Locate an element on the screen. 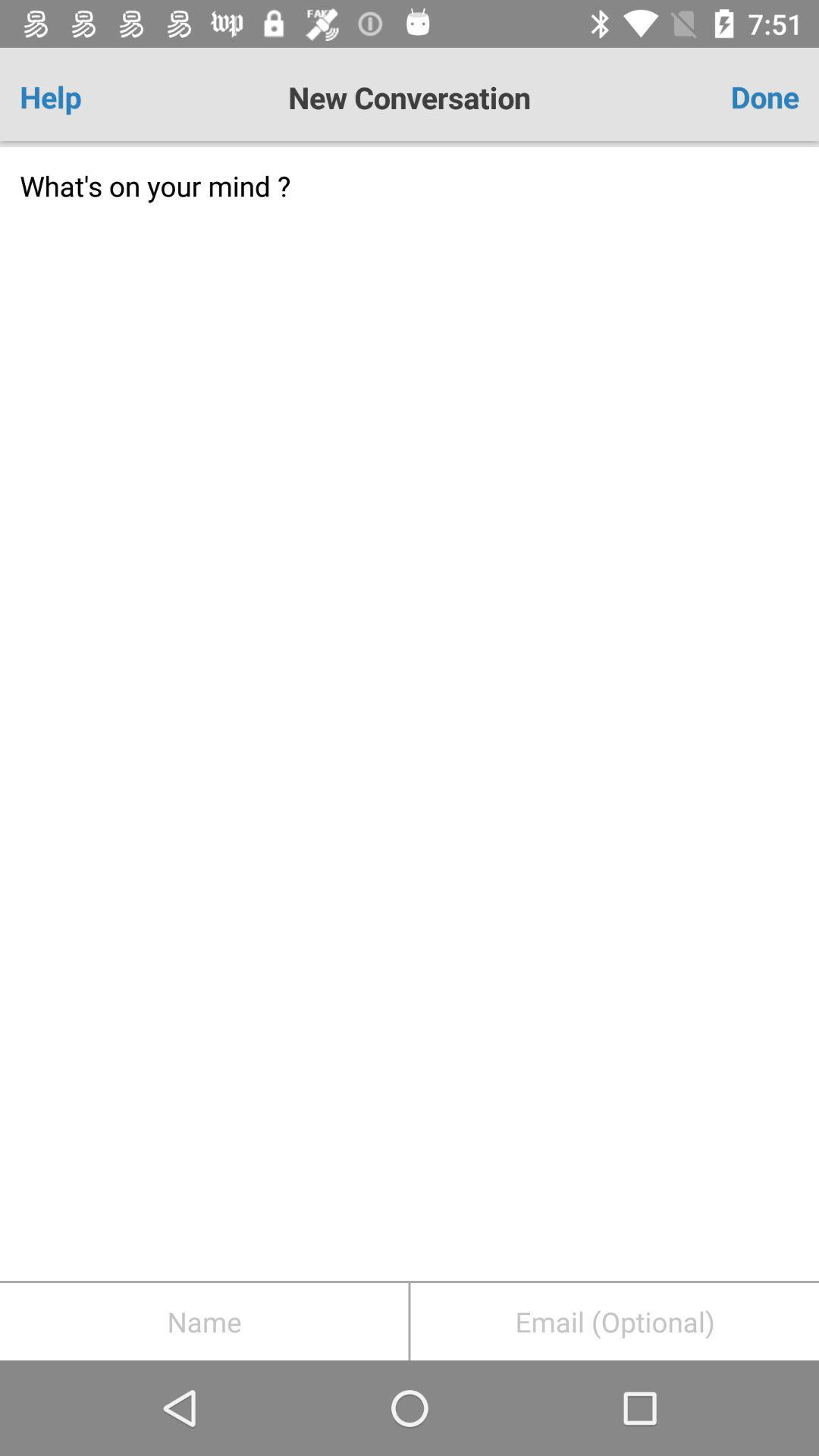  icon at the top right corner is located at coordinates (734, 96).